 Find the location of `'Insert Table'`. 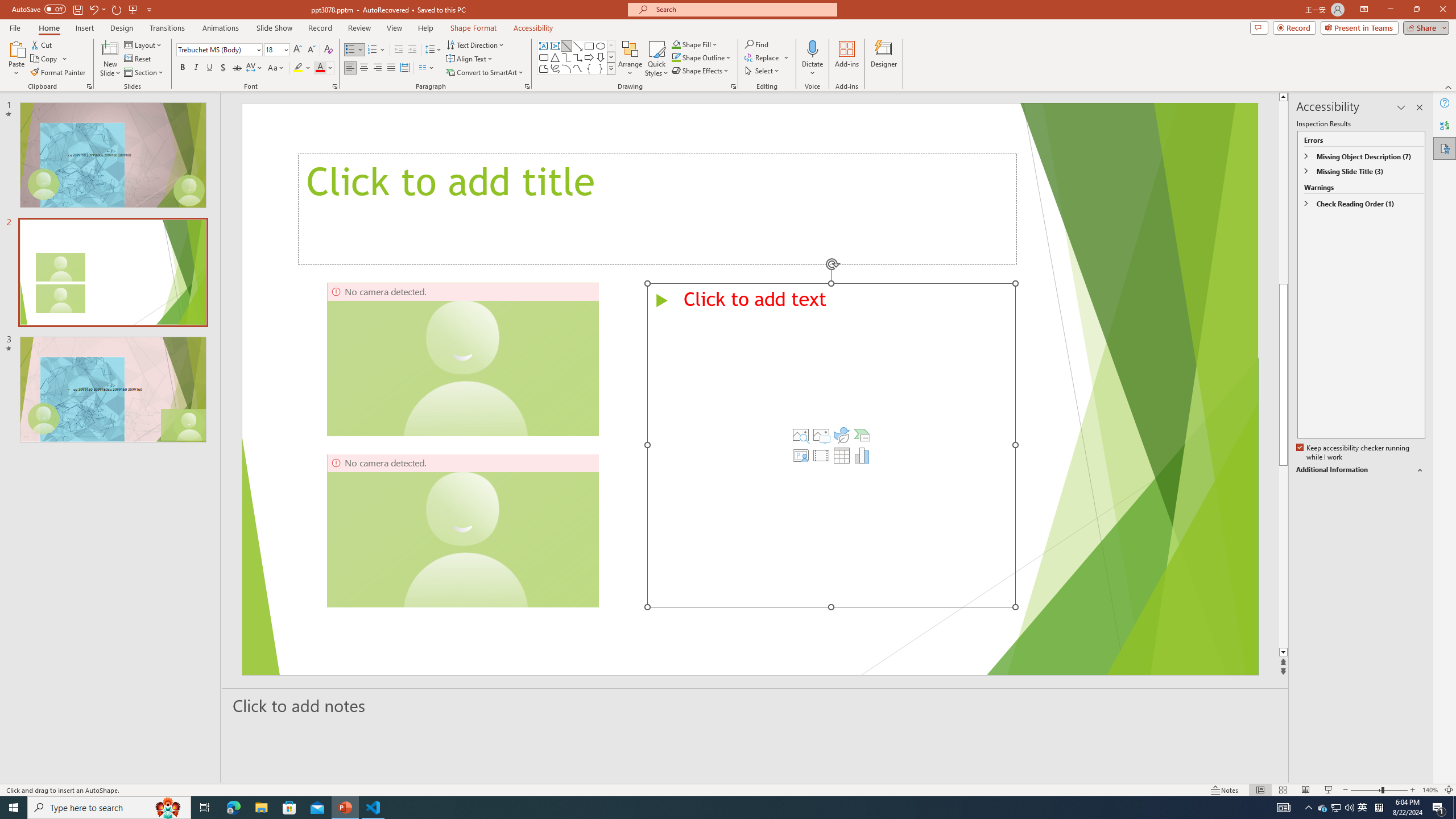

'Insert Table' is located at coordinates (841, 455).